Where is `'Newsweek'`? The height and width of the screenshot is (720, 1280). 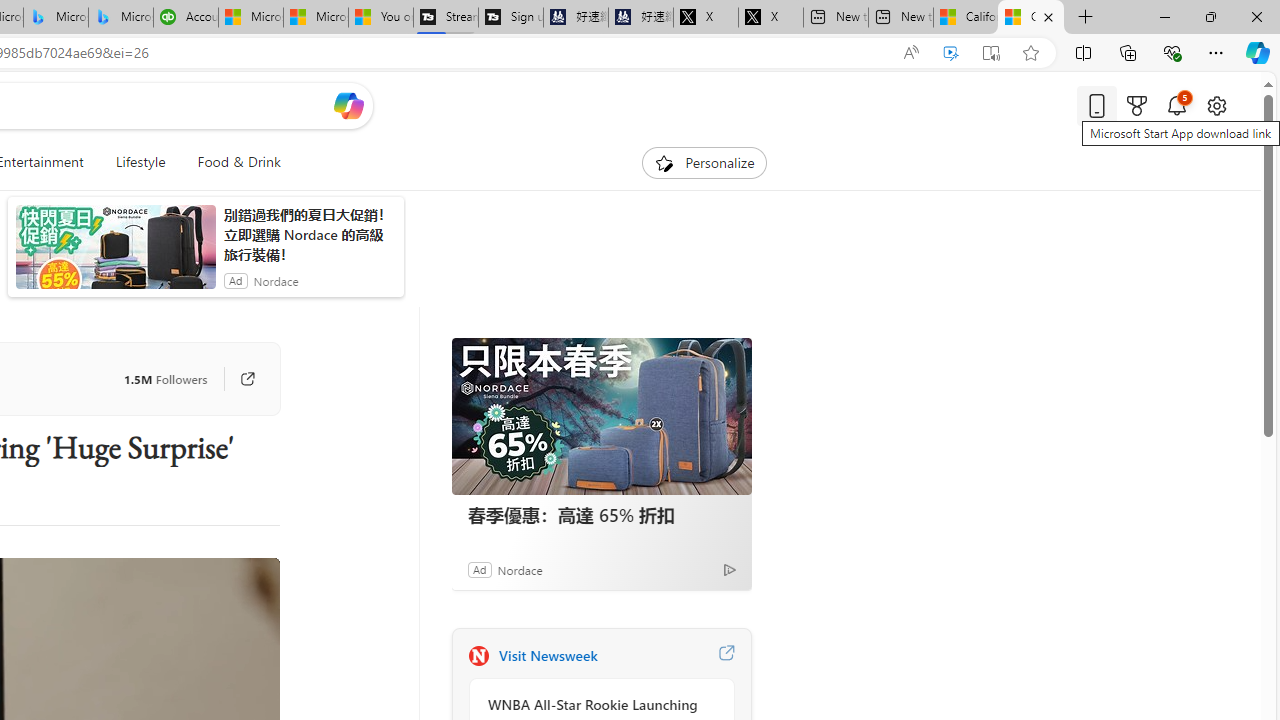
'Newsweek' is located at coordinates (477, 655).